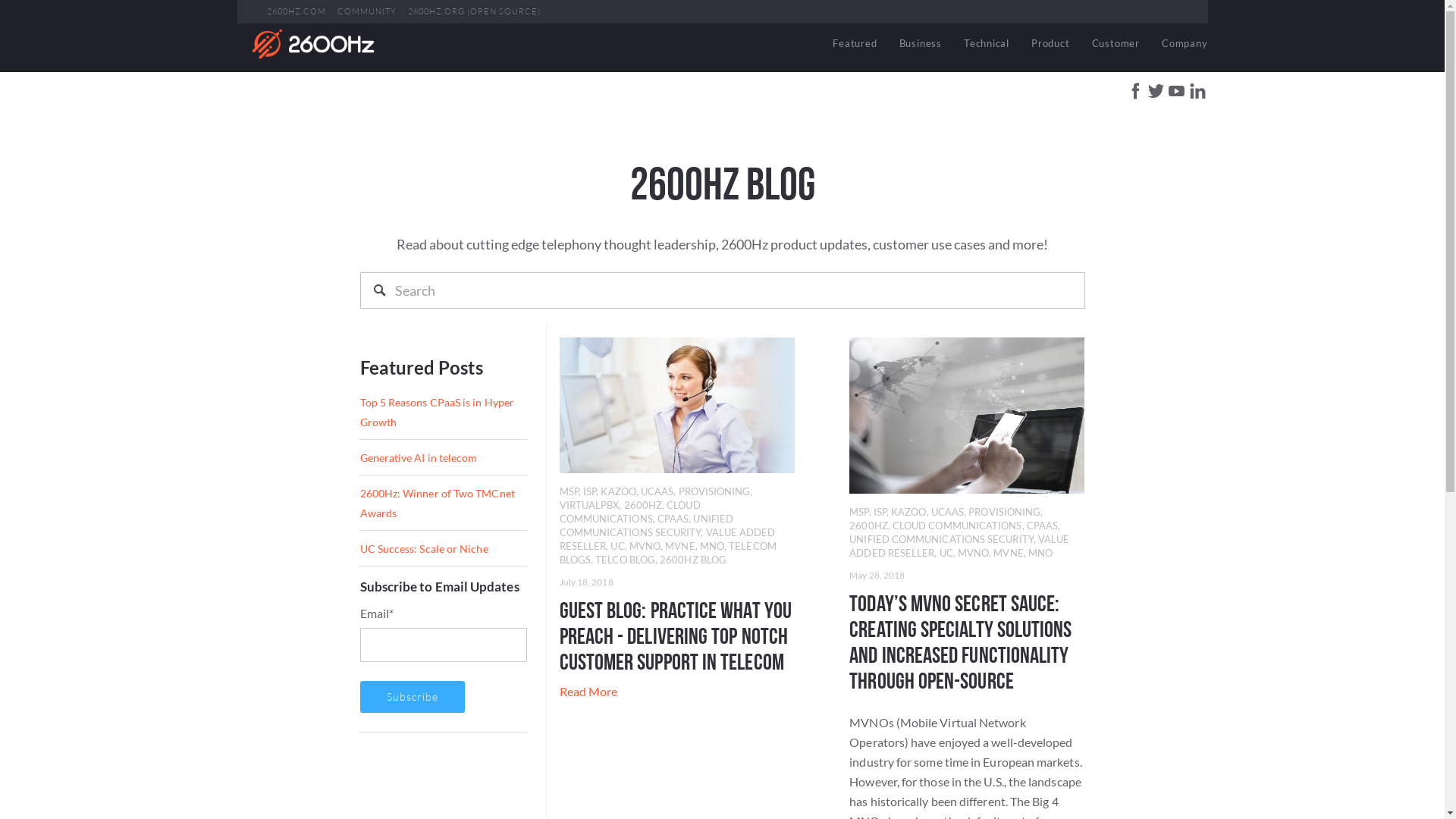 The image size is (1456, 819). What do you see at coordinates (435, 412) in the screenshot?
I see `'Top 5 Reasons CPaaS is in Hyper Growth'` at bounding box center [435, 412].